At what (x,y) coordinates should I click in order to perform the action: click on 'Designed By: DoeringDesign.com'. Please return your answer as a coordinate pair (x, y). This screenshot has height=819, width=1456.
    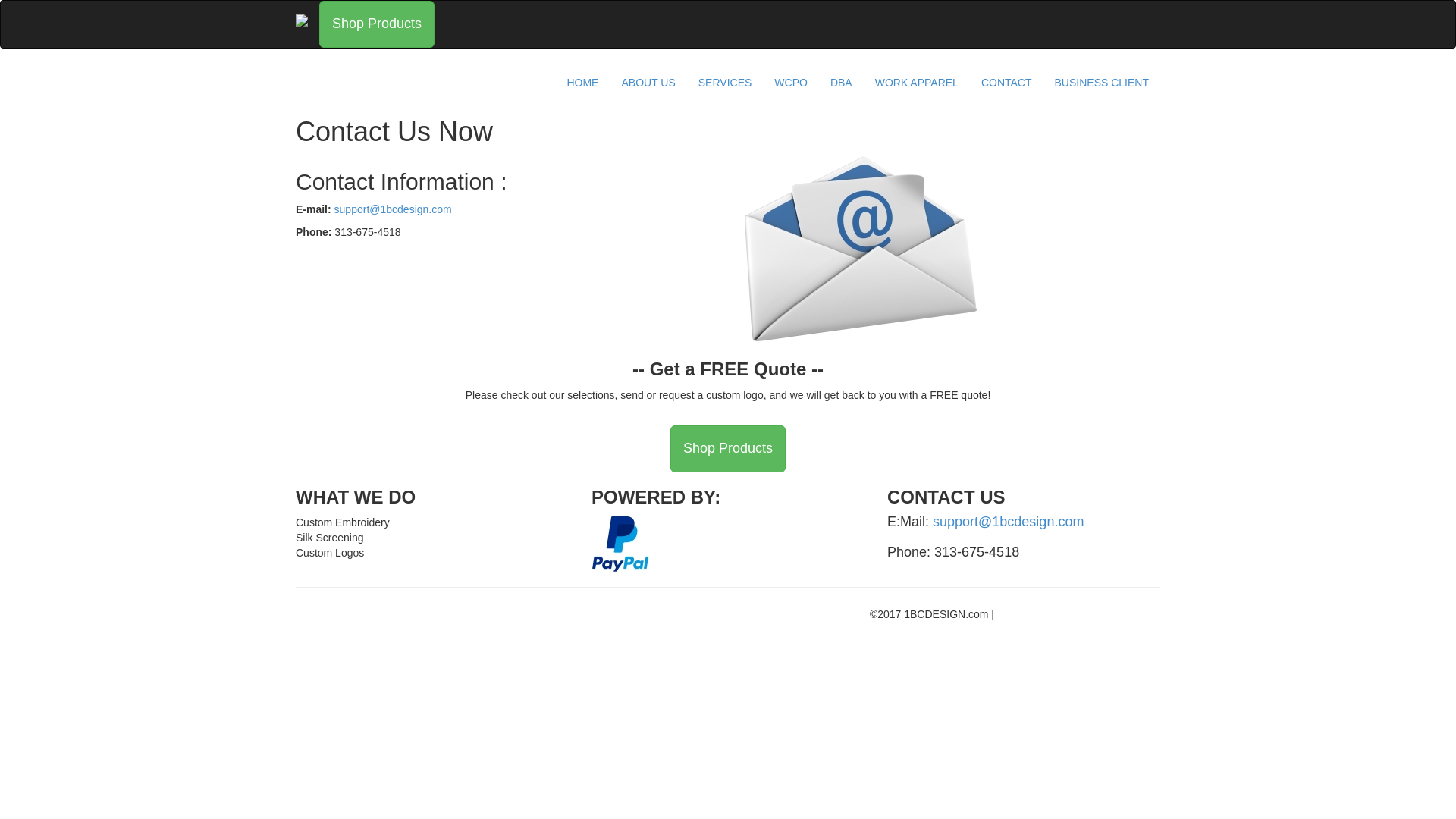
    Looking at the image, I should click on (1076, 614).